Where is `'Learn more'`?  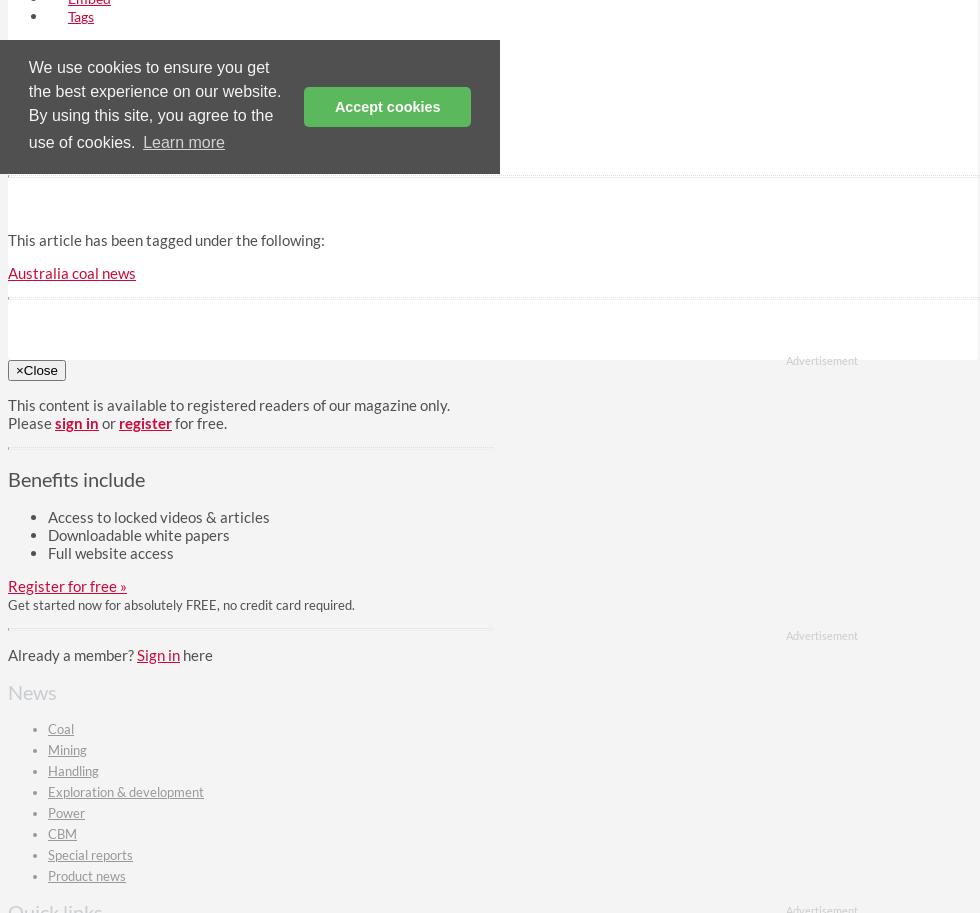 'Learn more' is located at coordinates (183, 140).